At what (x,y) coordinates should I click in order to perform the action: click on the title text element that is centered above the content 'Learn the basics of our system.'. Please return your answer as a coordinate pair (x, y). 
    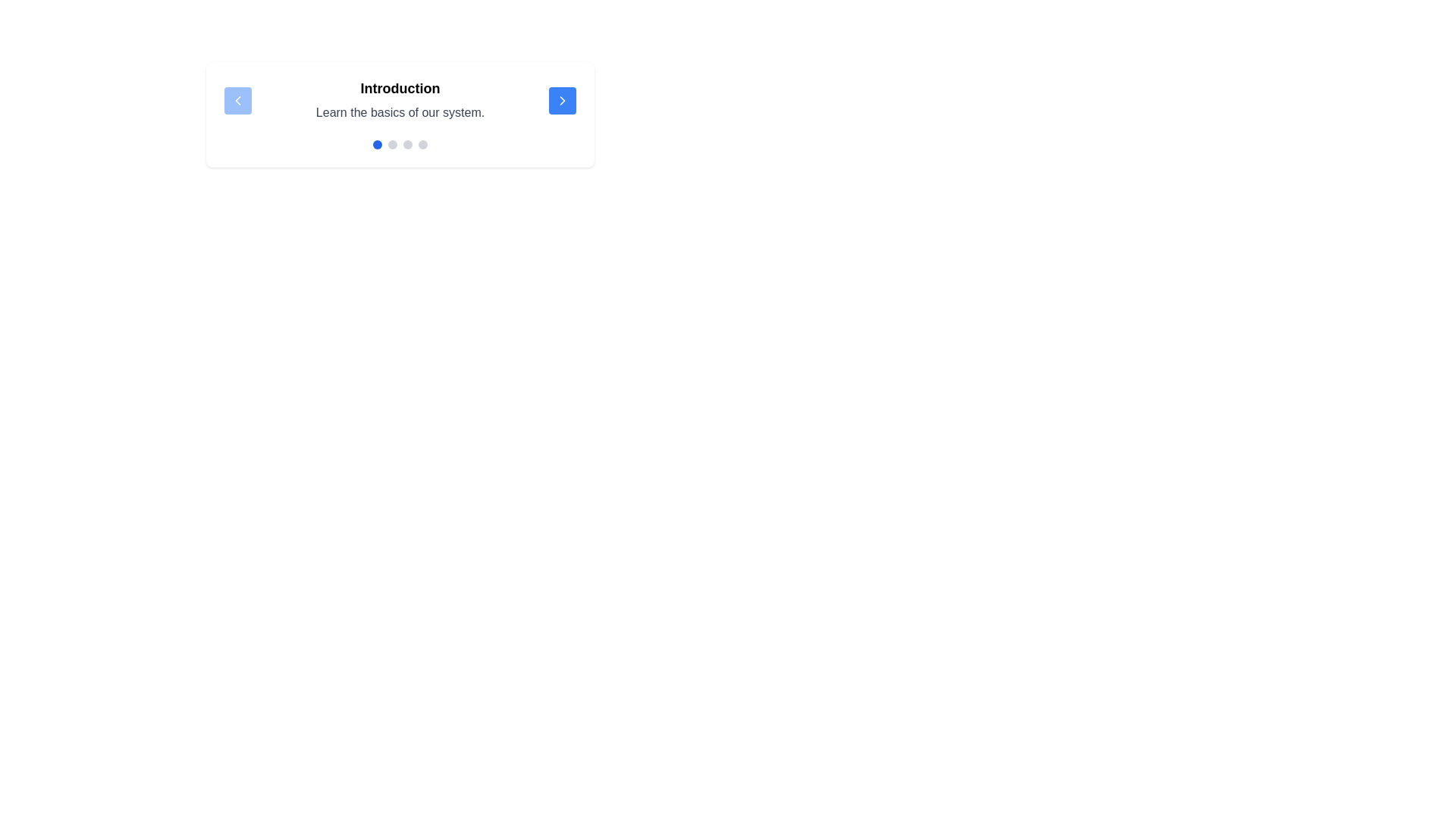
    Looking at the image, I should click on (400, 88).